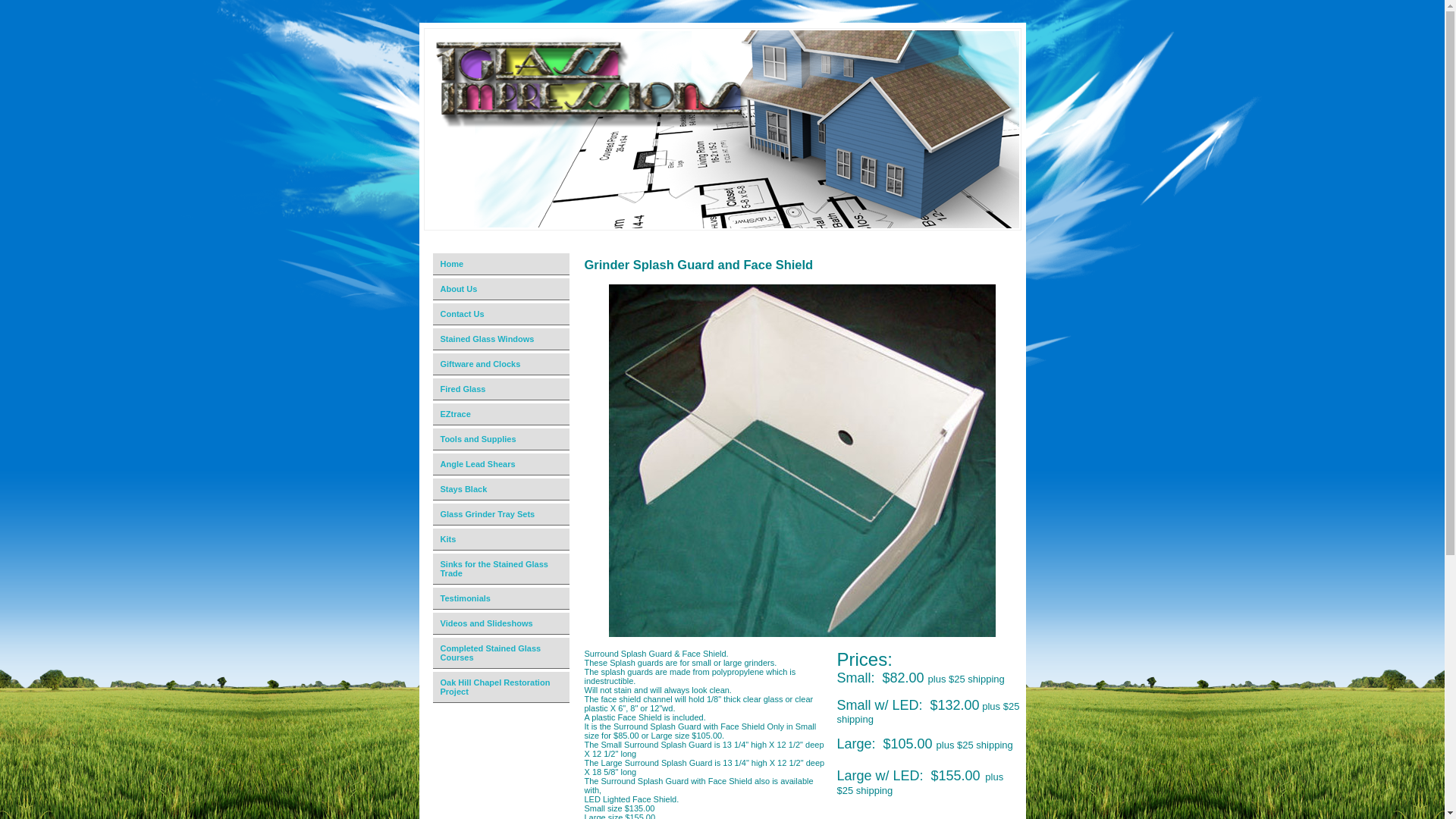  What do you see at coordinates (502, 598) in the screenshot?
I see `'Testimonials'` at bounding box center [502, 598].